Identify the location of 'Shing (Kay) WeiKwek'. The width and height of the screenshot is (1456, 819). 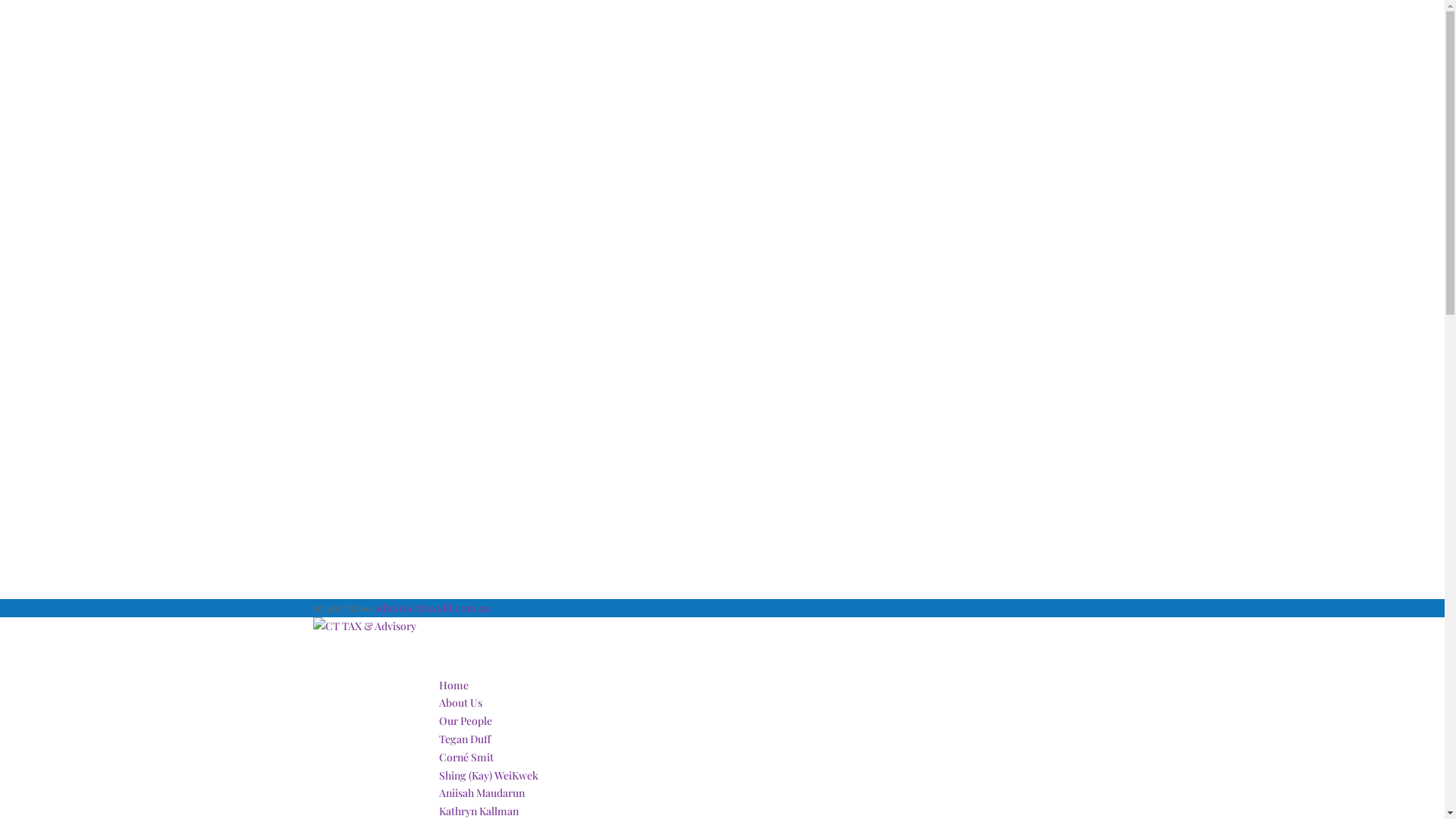
(488, 775).